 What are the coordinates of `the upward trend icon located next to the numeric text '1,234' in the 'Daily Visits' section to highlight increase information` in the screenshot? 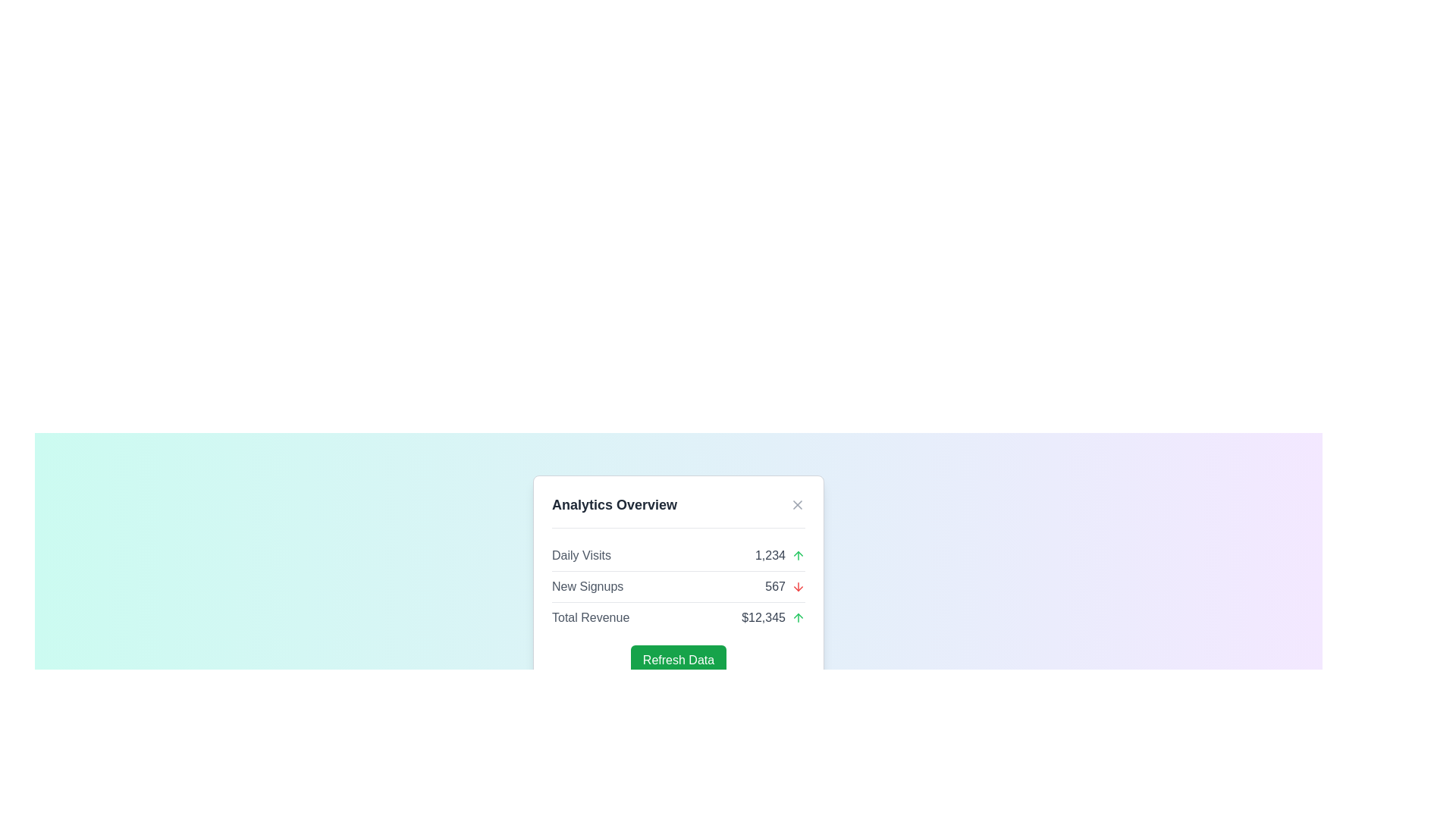 It's located at (797, 555).